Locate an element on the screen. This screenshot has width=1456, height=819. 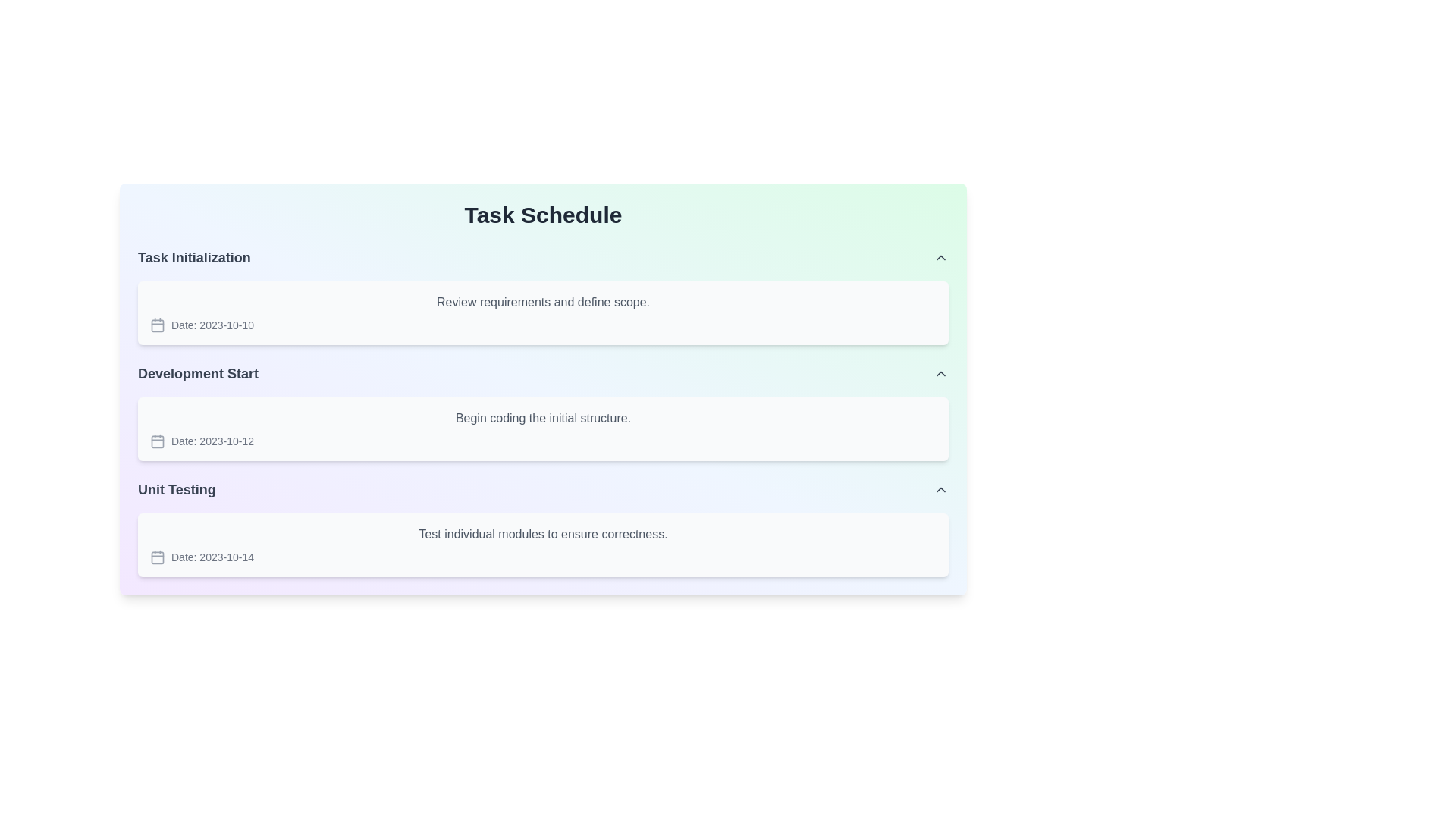
the central square component within the SVG-based calendar icon, located in the second row under the 'Development Start' section is located at coordinates (157, 441).